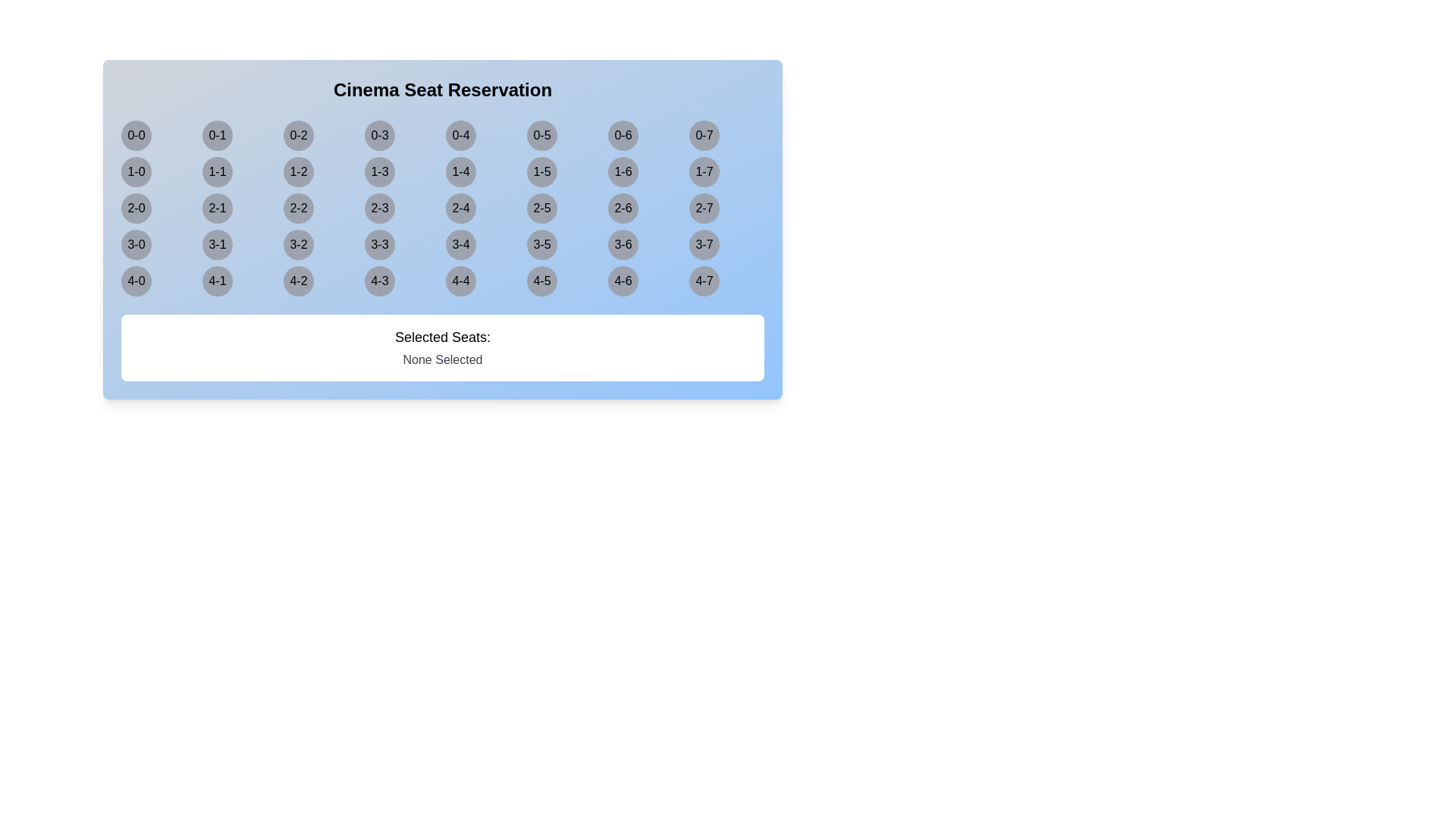 The image size is (1456, 819). Describe the element at coordinates (704, 208) in the screenshot. I see `the button labeled '2-7'` at that location.